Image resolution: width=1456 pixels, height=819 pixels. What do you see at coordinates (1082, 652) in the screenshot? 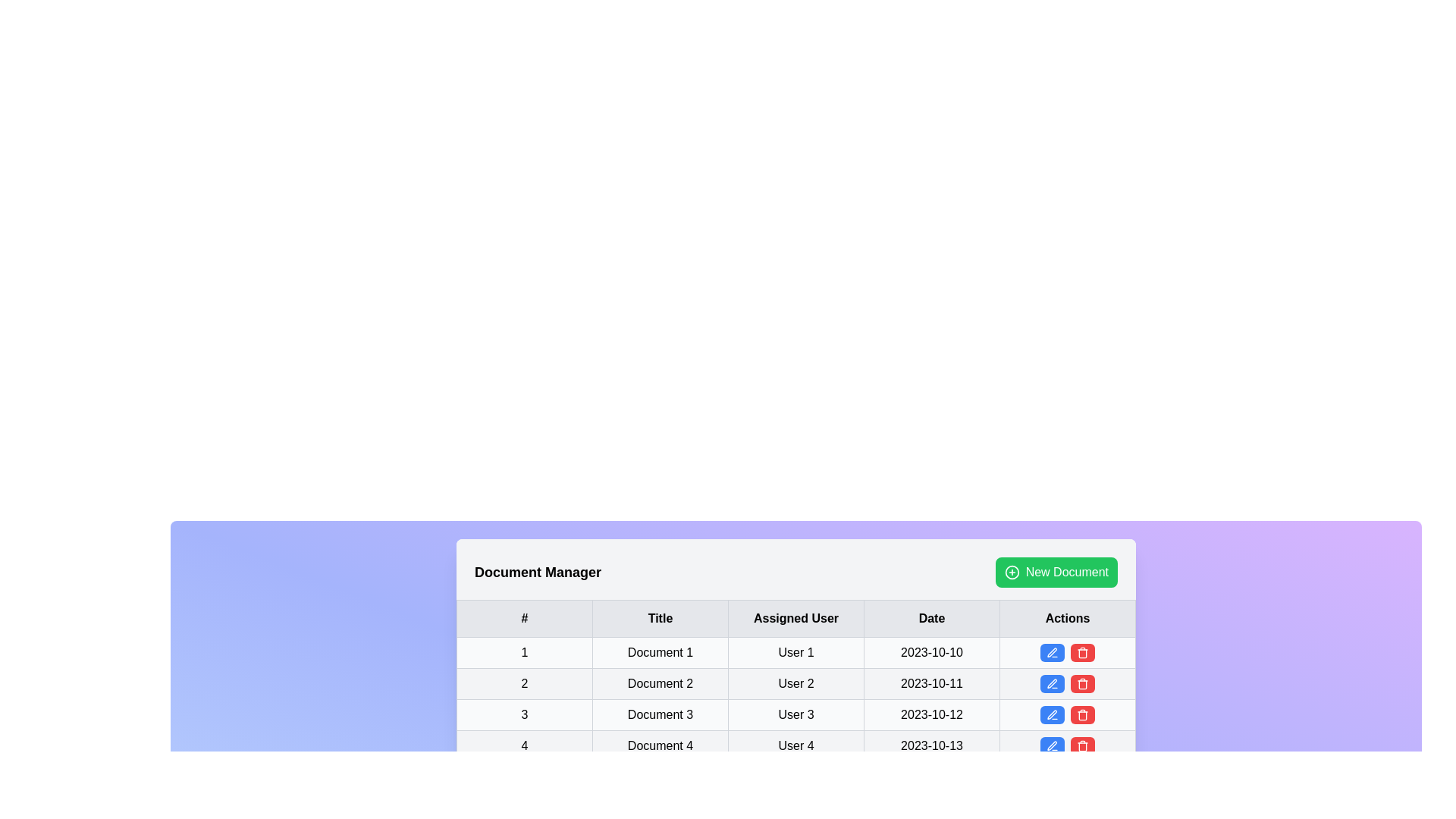
I see `the vertical rectangle part of the trash icon in the 4th row under the Actions column of the table` at bounding box center [1082, 652].